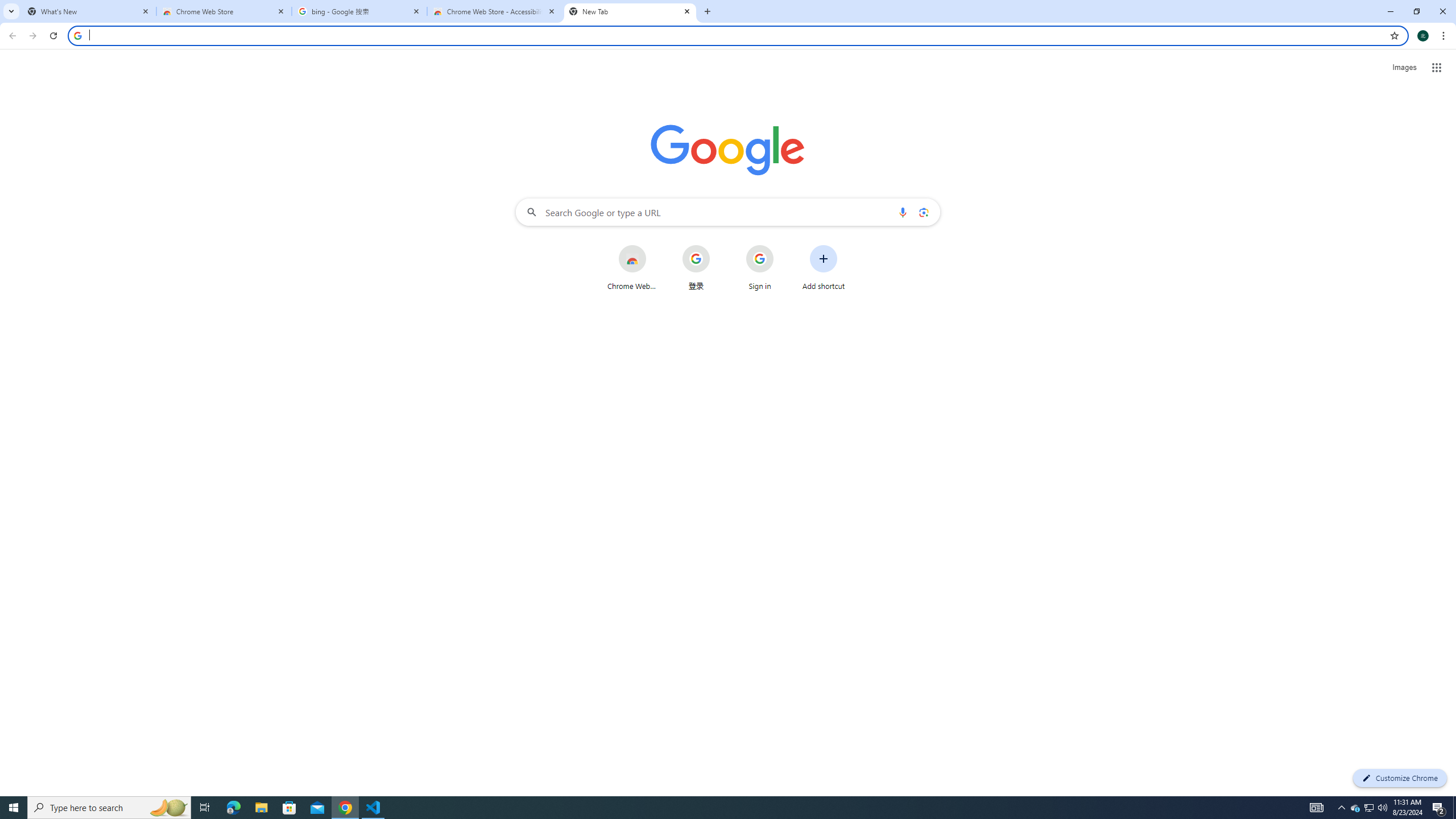 This screenshot has width=1456, height=819. Describe the element at coordinates (782, 246) in the screenshot. I see `'More actions for Sign in shortcut'` at that location.